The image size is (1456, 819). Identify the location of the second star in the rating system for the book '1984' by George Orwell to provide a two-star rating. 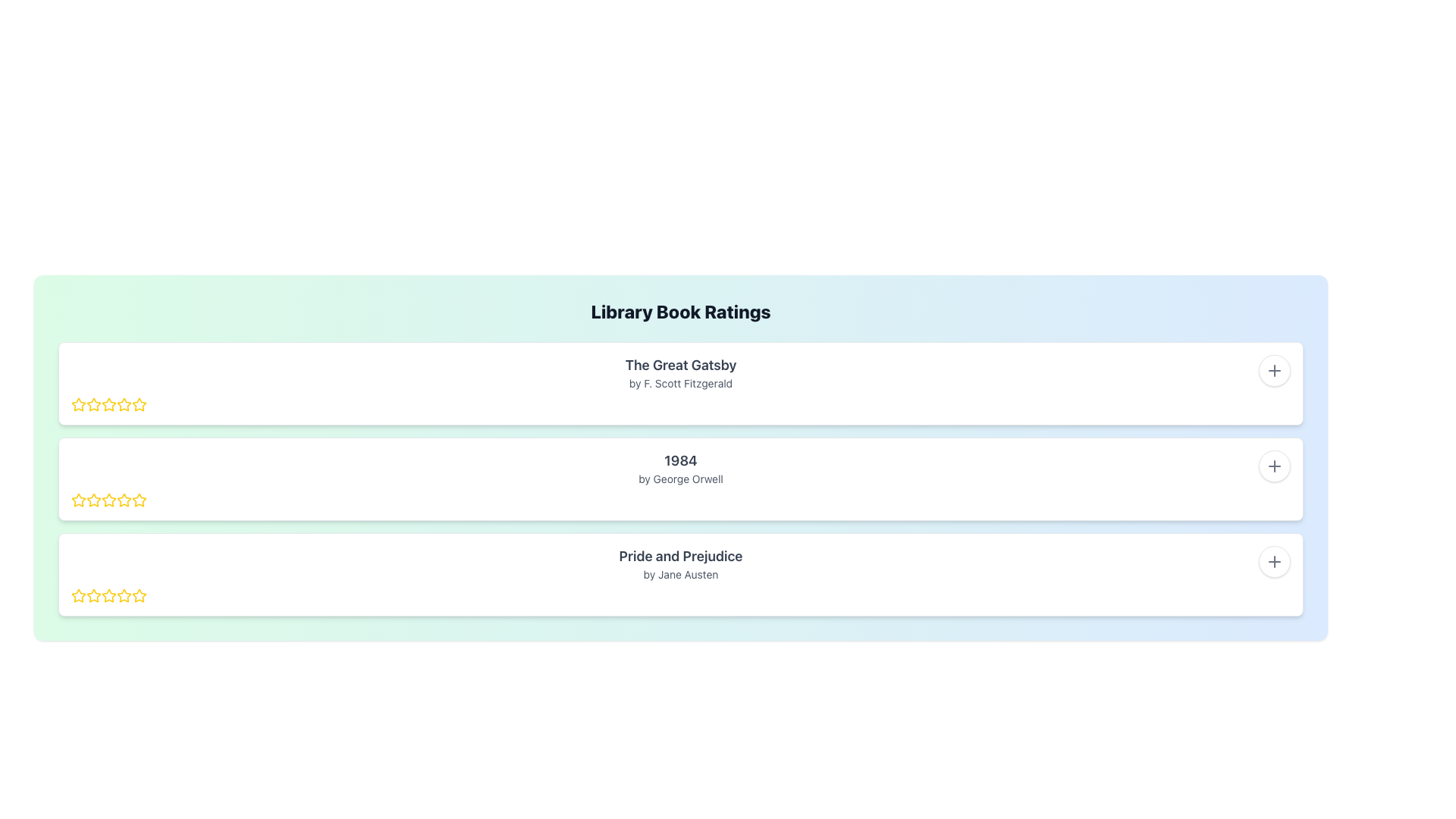
(108, 500).